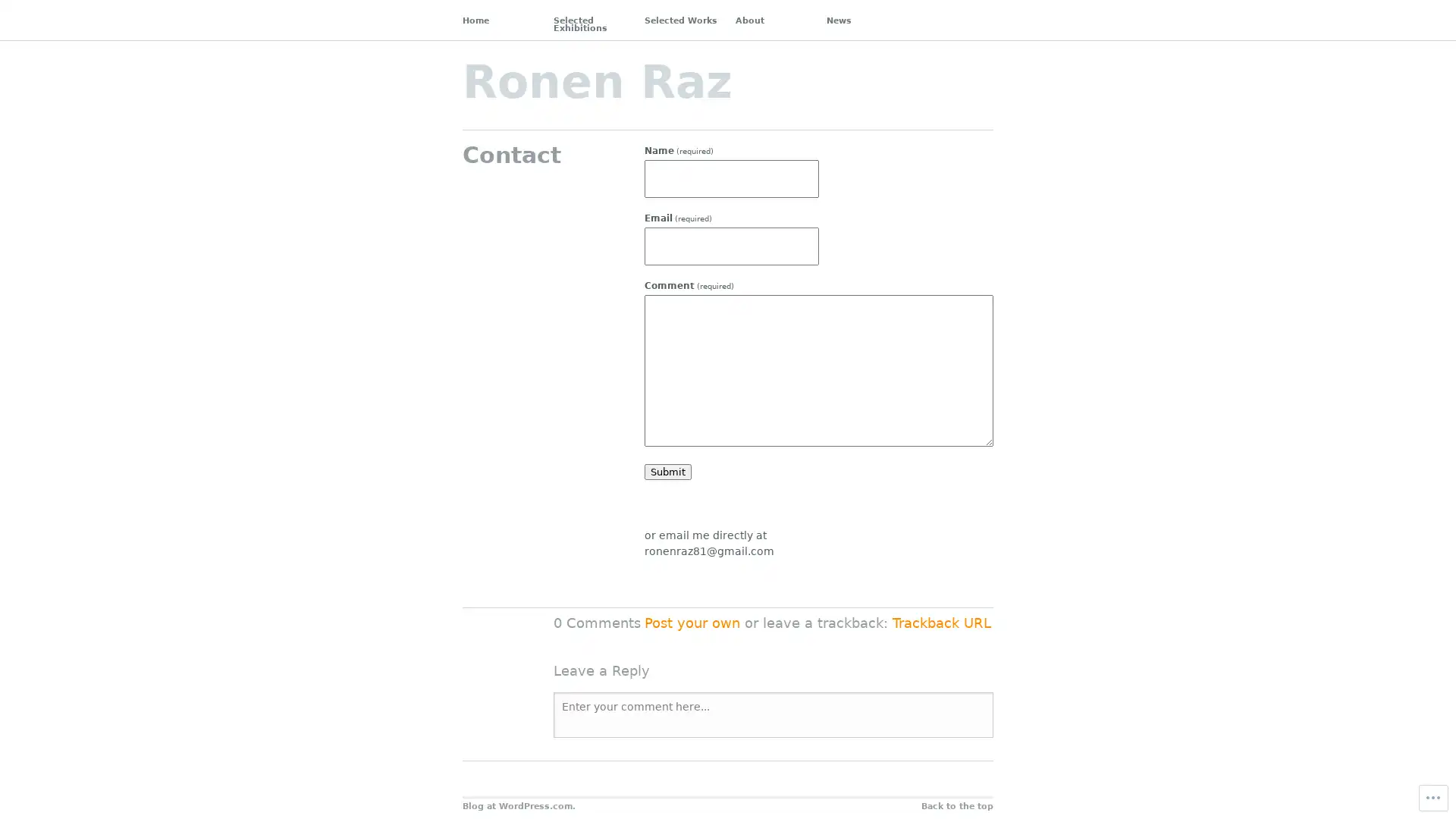  I want to click on Submit, so click(667, 471).